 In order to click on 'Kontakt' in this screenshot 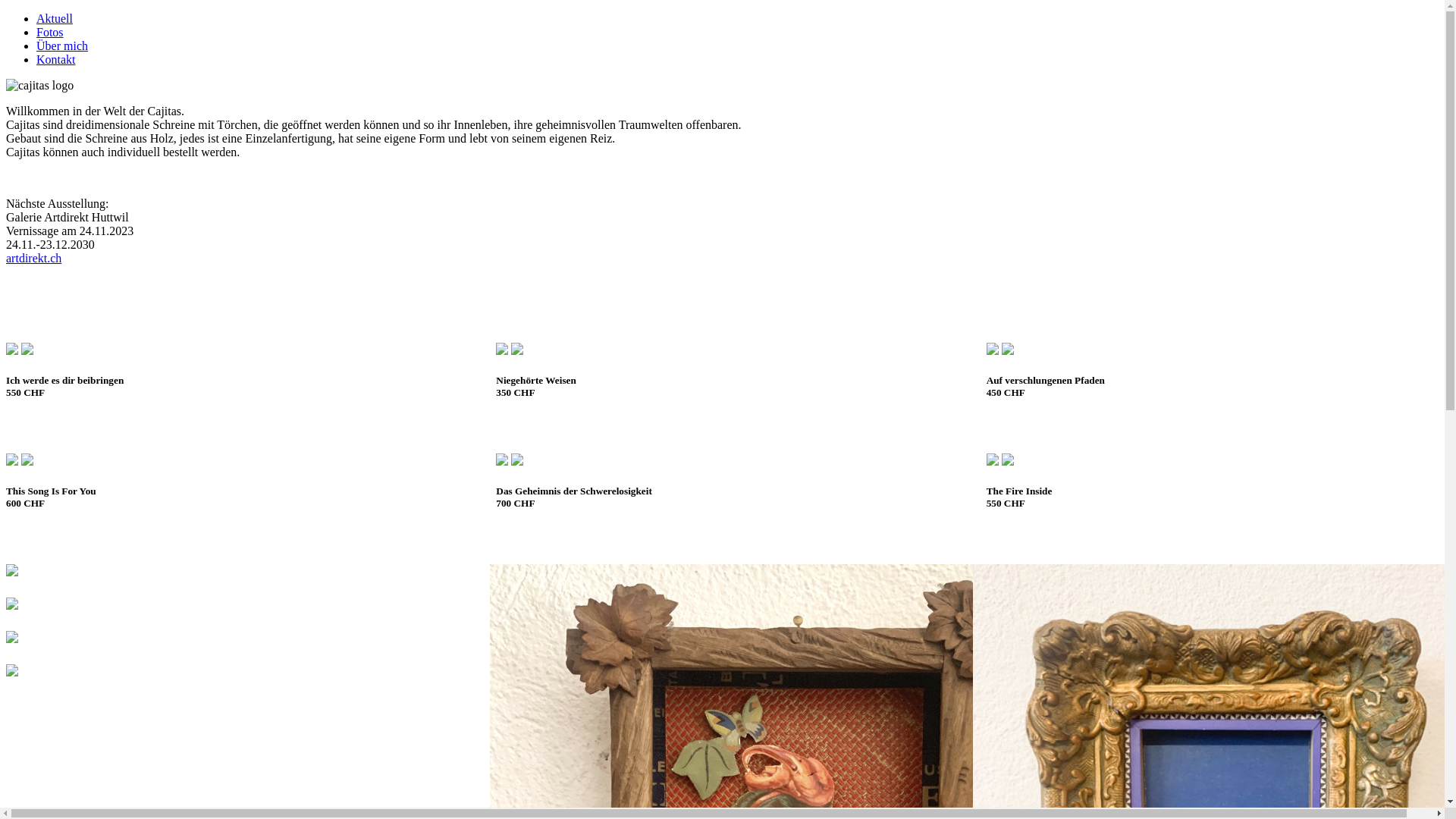, I will do `click(36, 58)`.